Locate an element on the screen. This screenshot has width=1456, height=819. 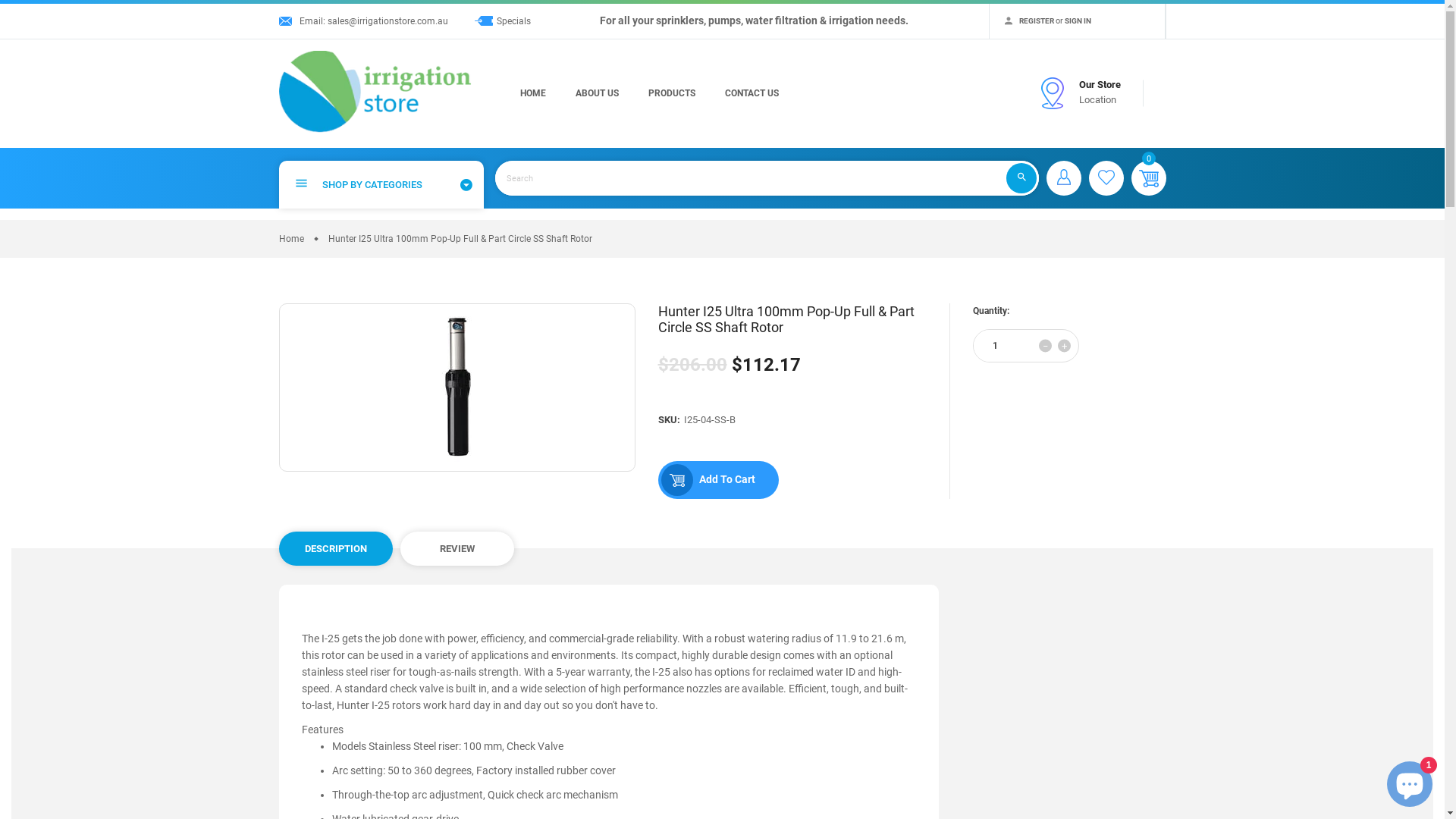
'SIGN IN' is located at coordinates (1077, 20).